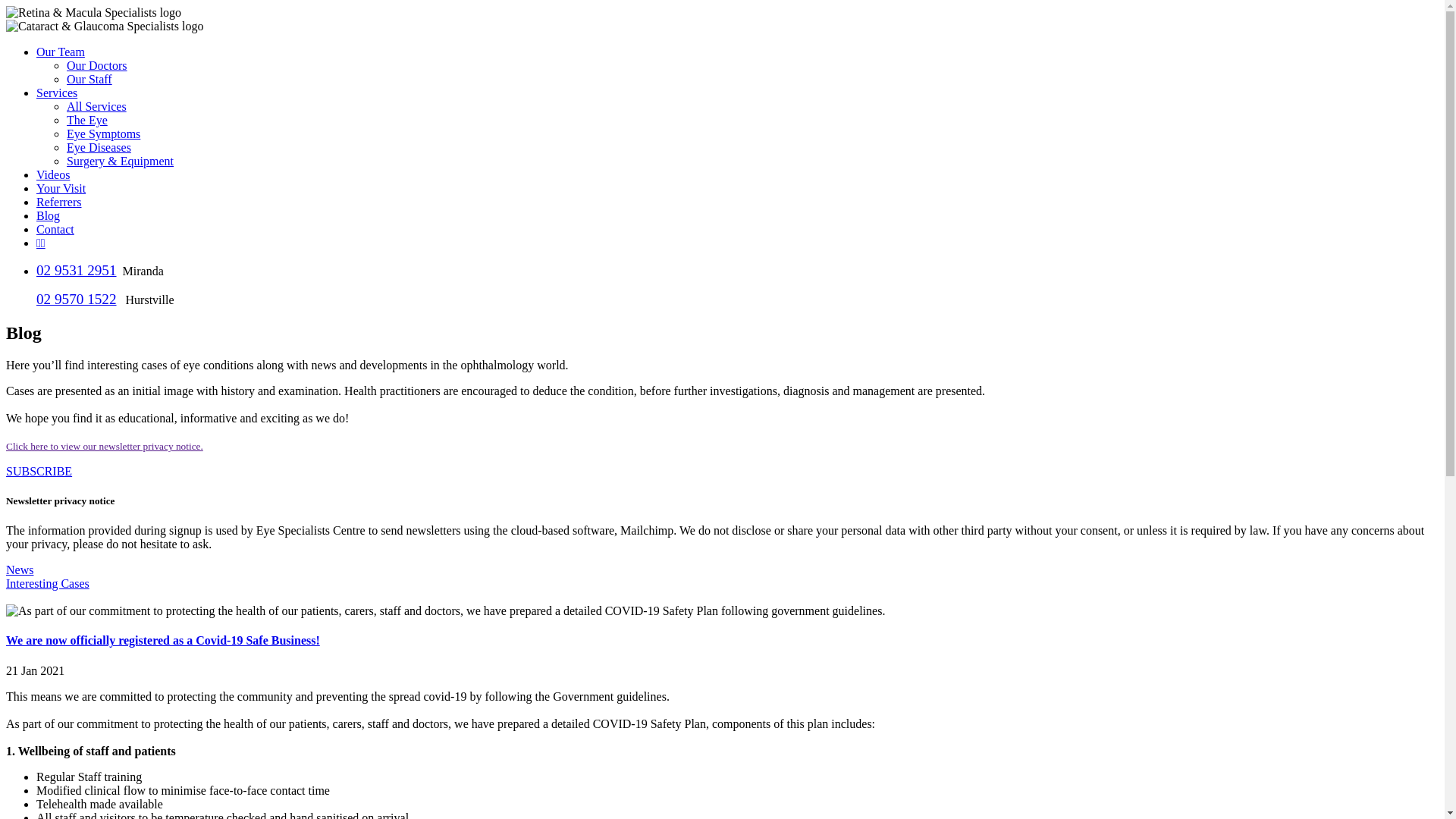 The image size is (1456, 819). Describe the element at coordinates (58, 201) in the screenshot. I see `'Referrers'` at that location.